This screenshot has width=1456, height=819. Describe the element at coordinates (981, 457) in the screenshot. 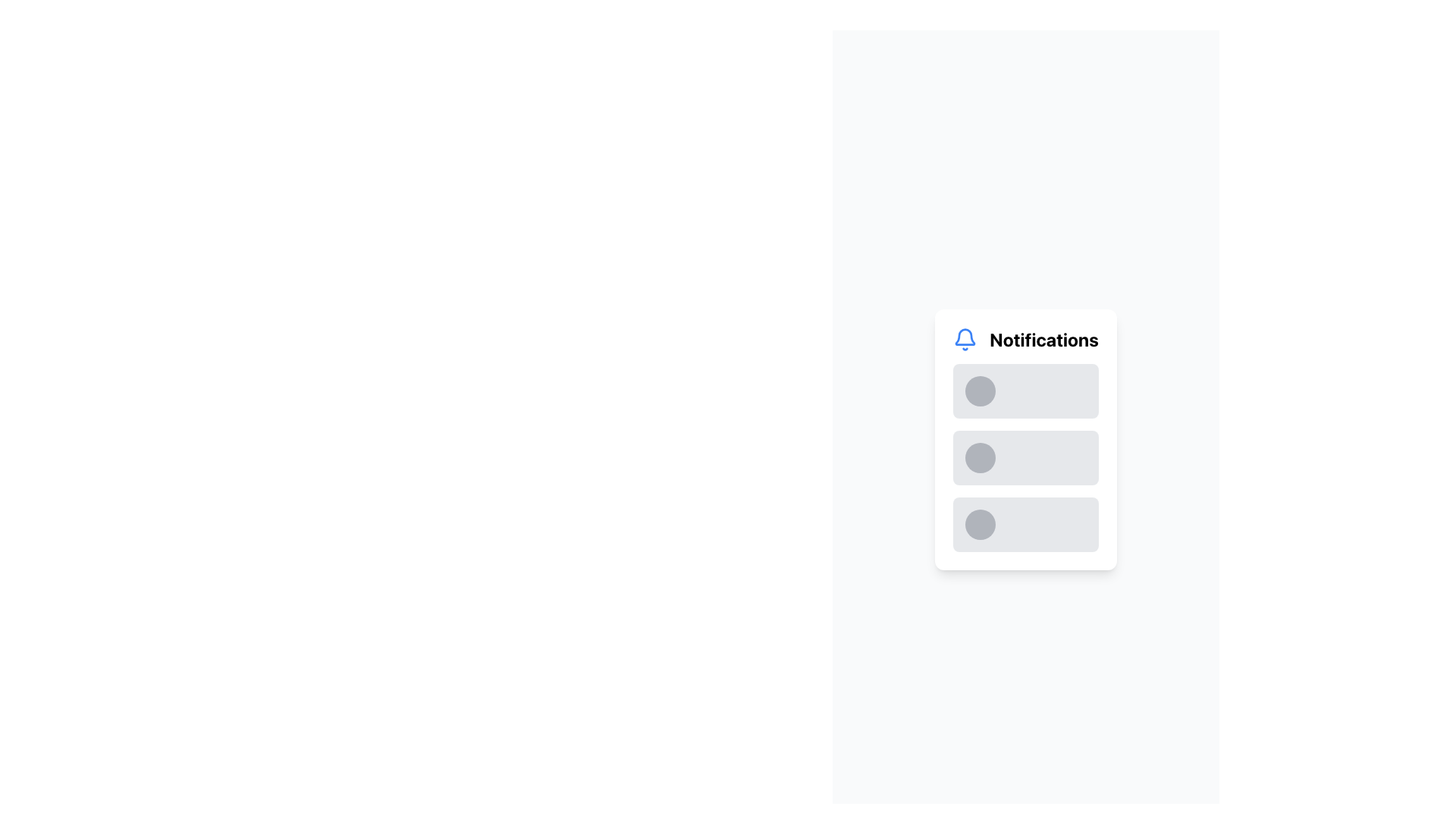

I see `the small circular placeholder styled with a gray background, located at the leftmost side of the middle notification item in a vertically stacked list` at that location.